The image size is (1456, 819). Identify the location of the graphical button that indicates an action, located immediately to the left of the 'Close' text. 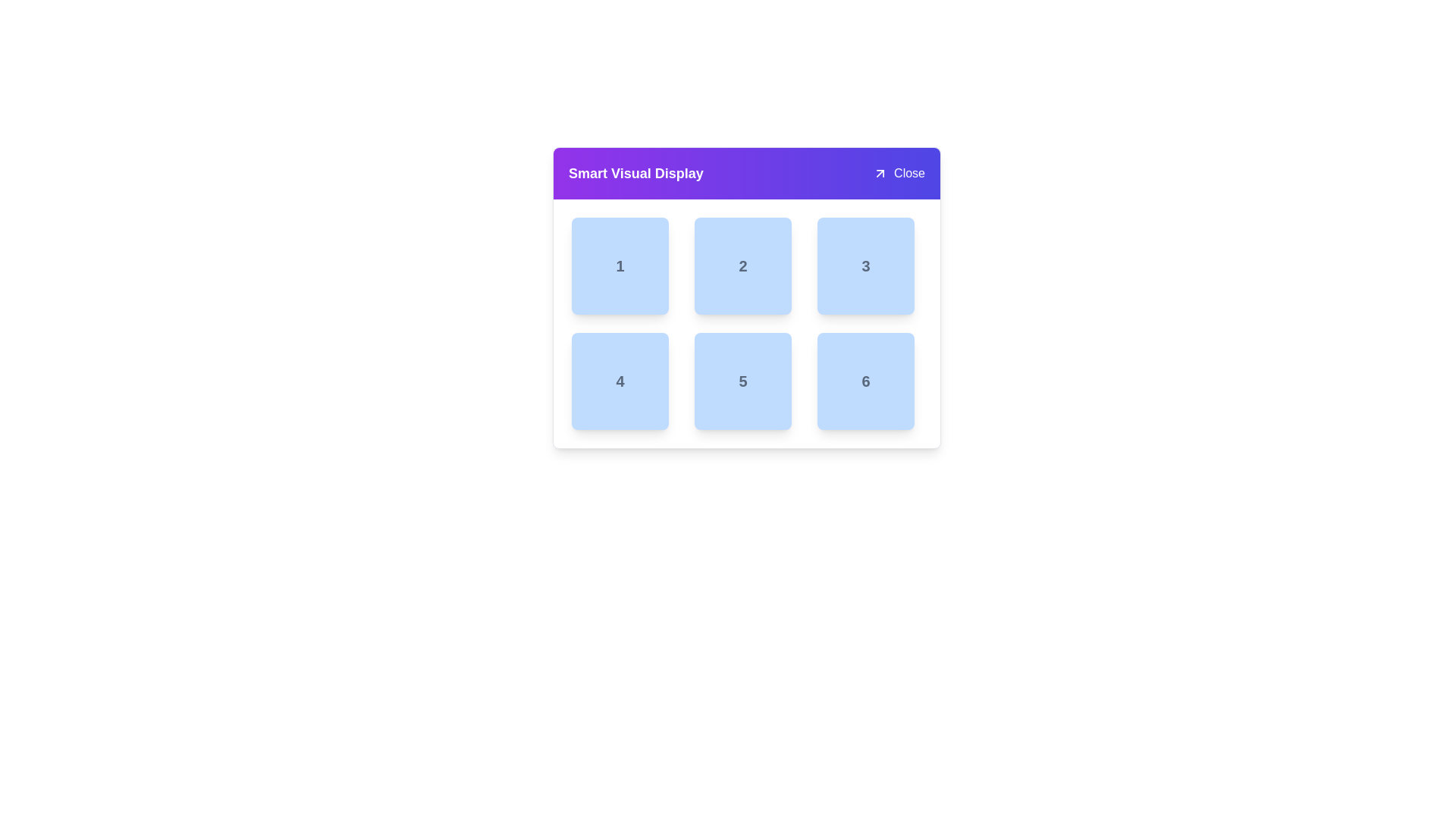
(880, 172).